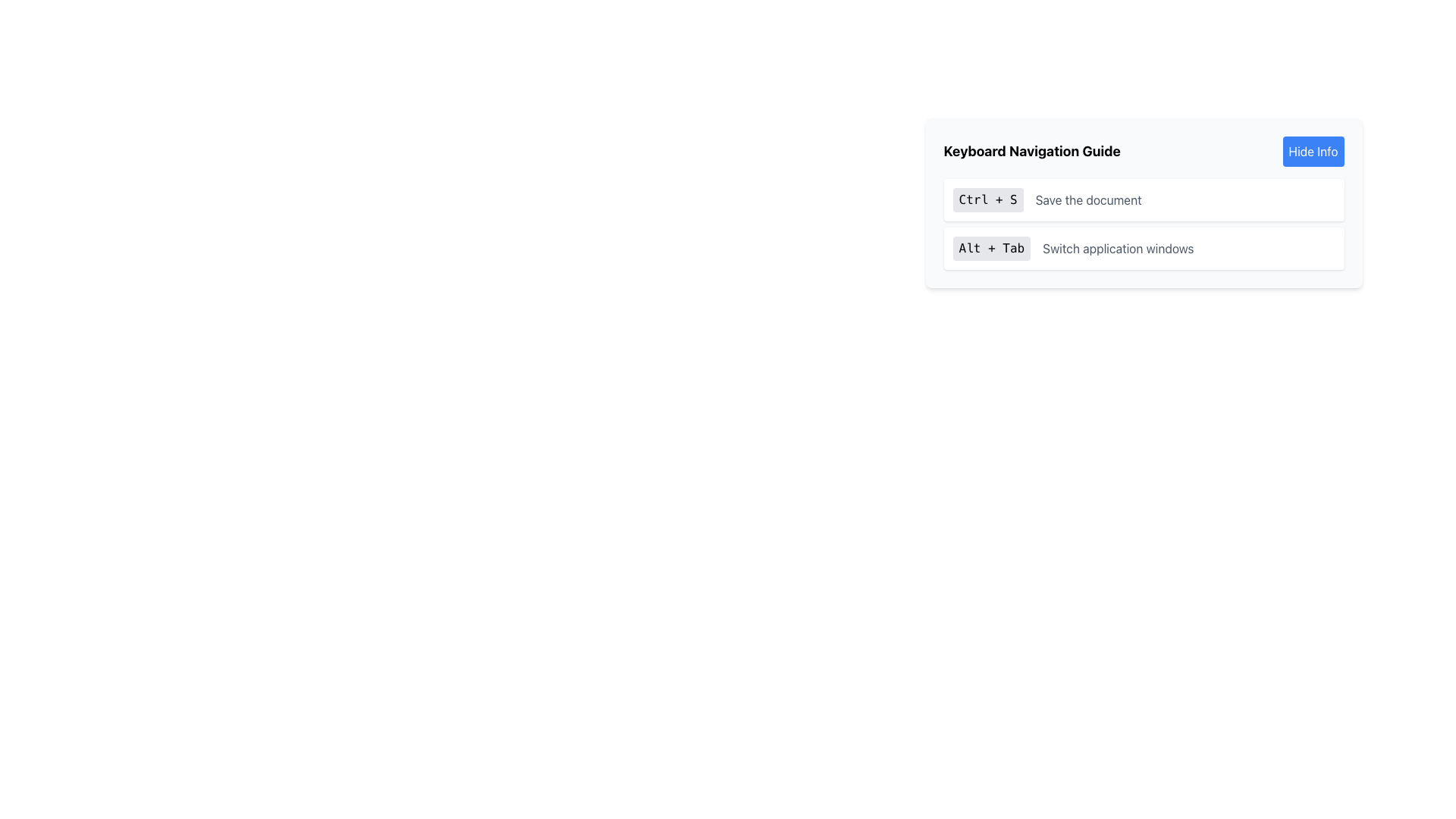 This screenshot has height=819, width=1456. I want to click on the Informational panel that displays keyboard shortcuts for user reference, located below the title 'Keyboard Navigation Guide' and adjacent to the 'Hide Info' button, so click(1144, 202).